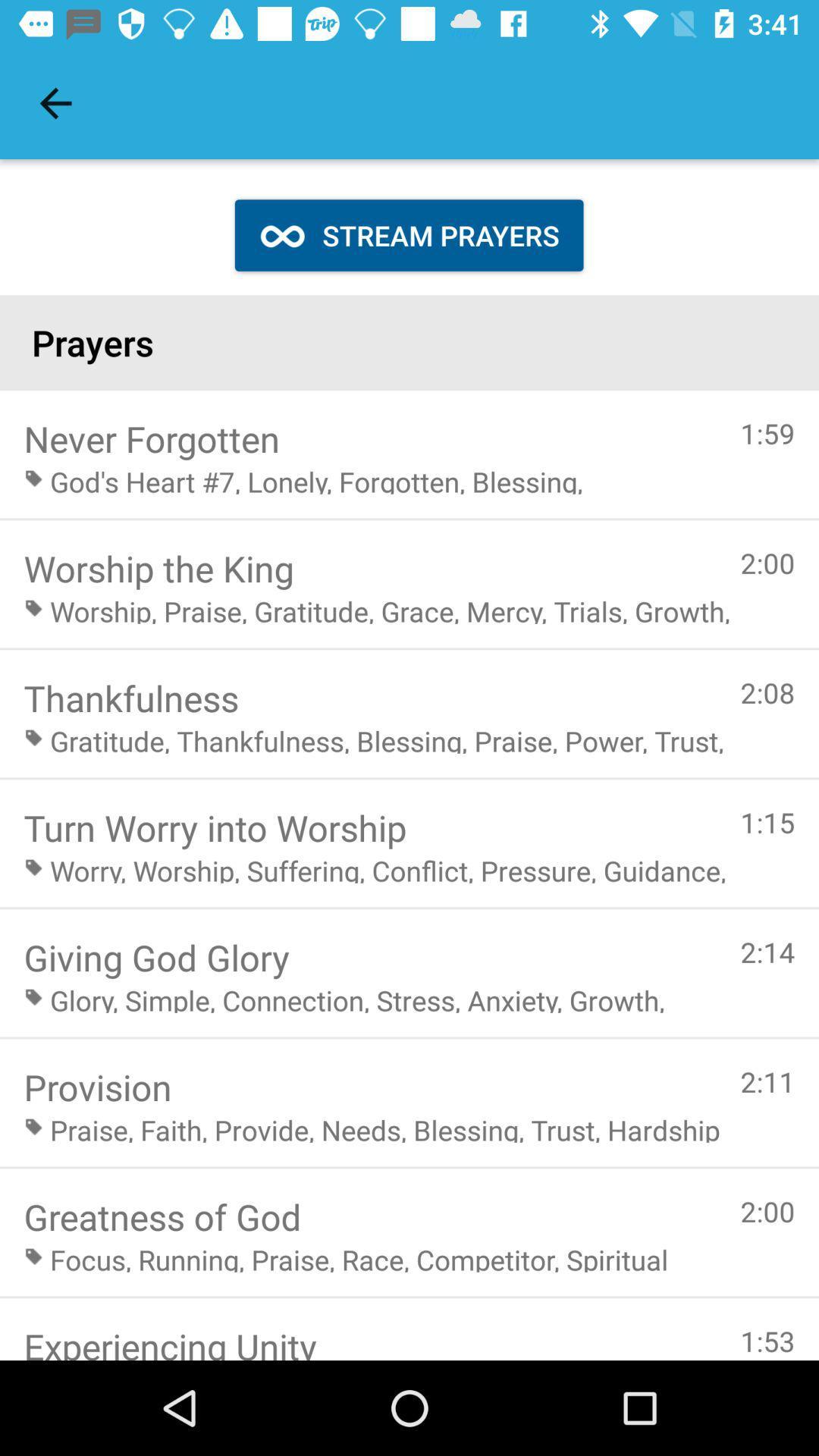 This screenshot has height=1456, width=819. Describe the element at coordinates (408, 234) in the screenshot. I see `item above the prayers` at that location.